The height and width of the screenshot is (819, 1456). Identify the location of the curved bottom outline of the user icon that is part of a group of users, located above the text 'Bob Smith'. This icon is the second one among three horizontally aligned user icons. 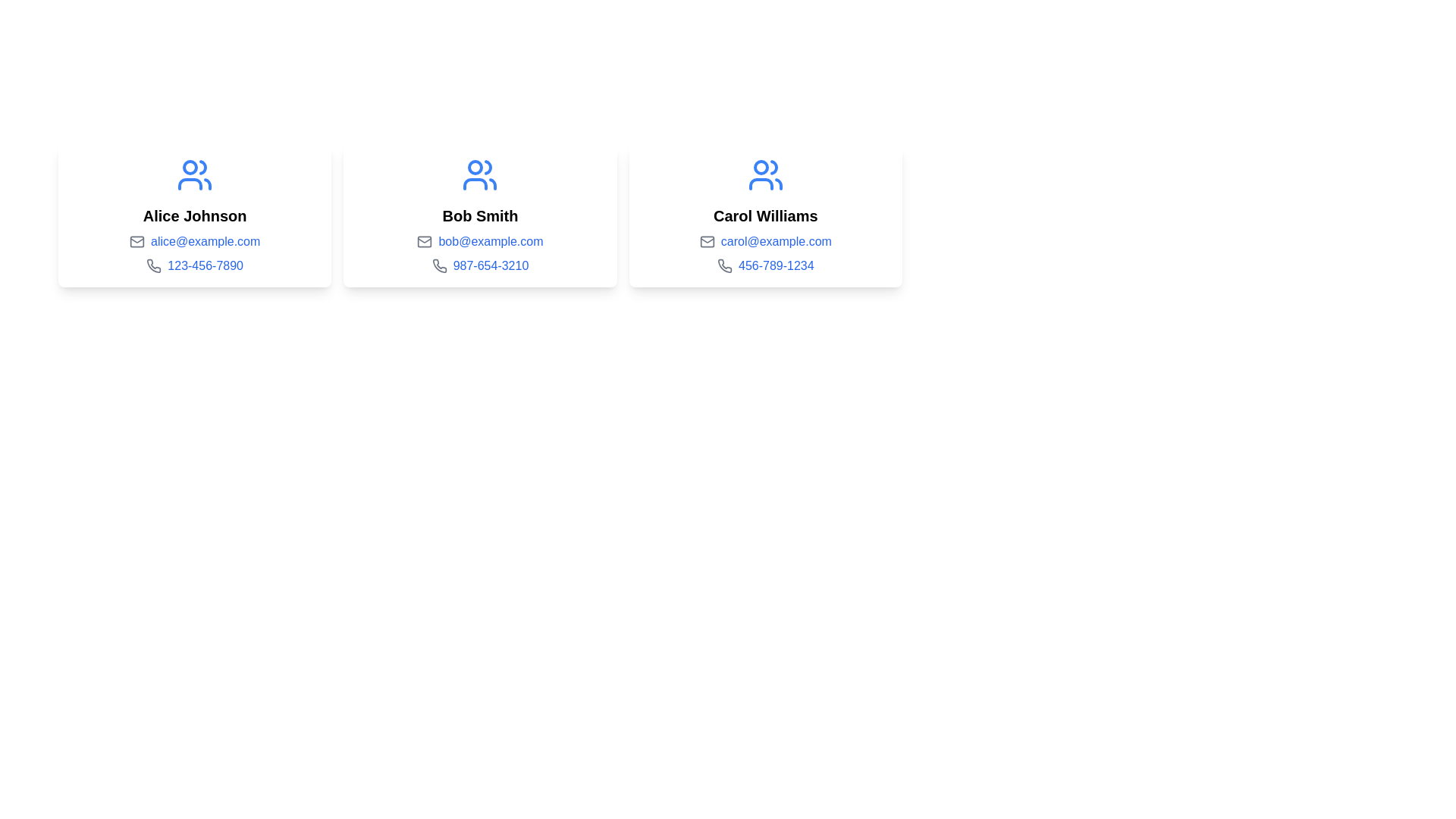
(475, 184).